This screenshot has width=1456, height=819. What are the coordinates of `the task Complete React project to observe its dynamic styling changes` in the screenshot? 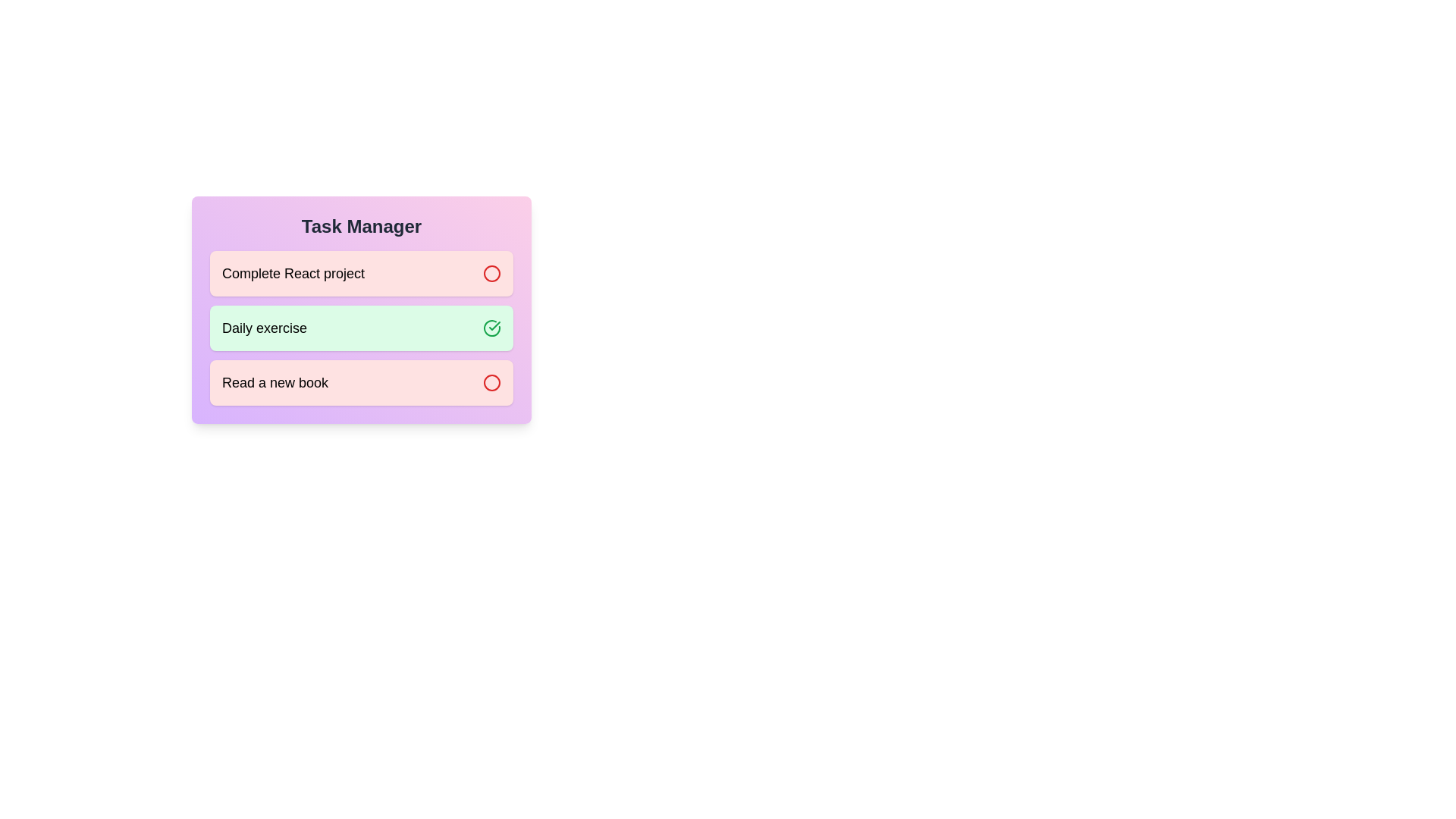 It's located at (360, 274).